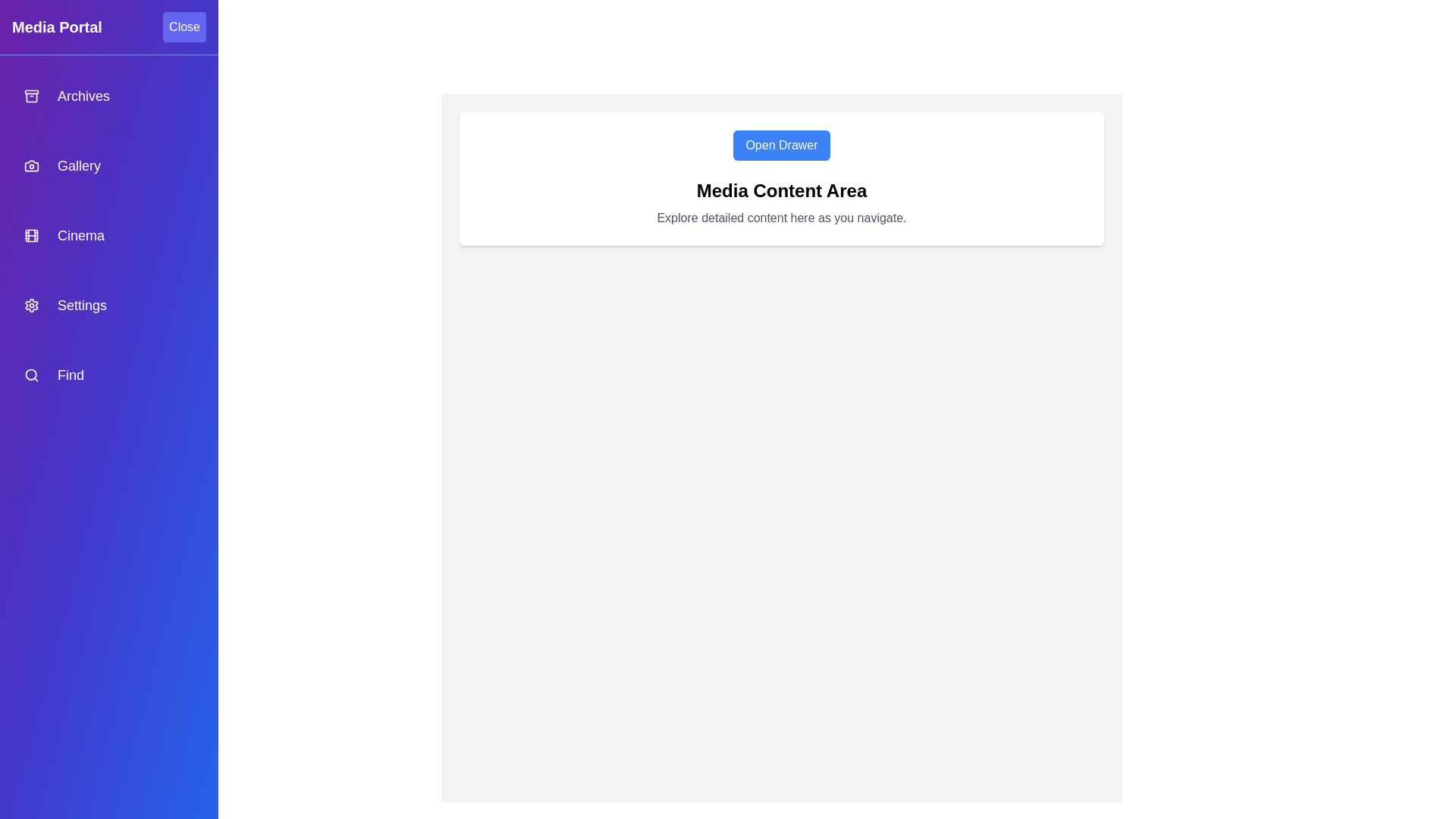 This screenshot has width=1456, height=819. I want to click on the navigation item labeled Settings, so click(108, 305).